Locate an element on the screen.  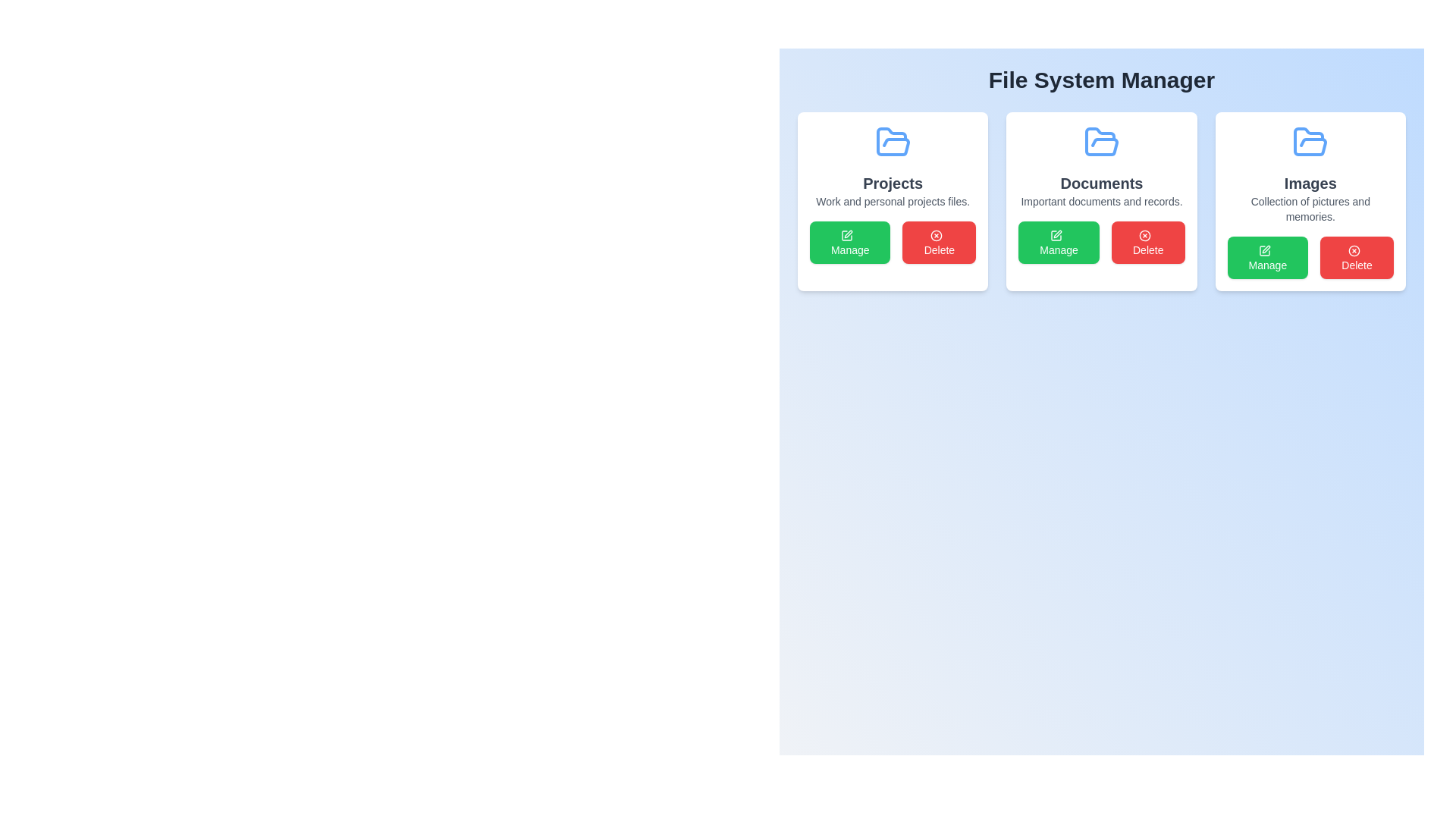
the 'Images' category icon, which is the third folder icon from the left within the 'Images' card, located above the text description and action buttons is located at coordinates (1310, 141).